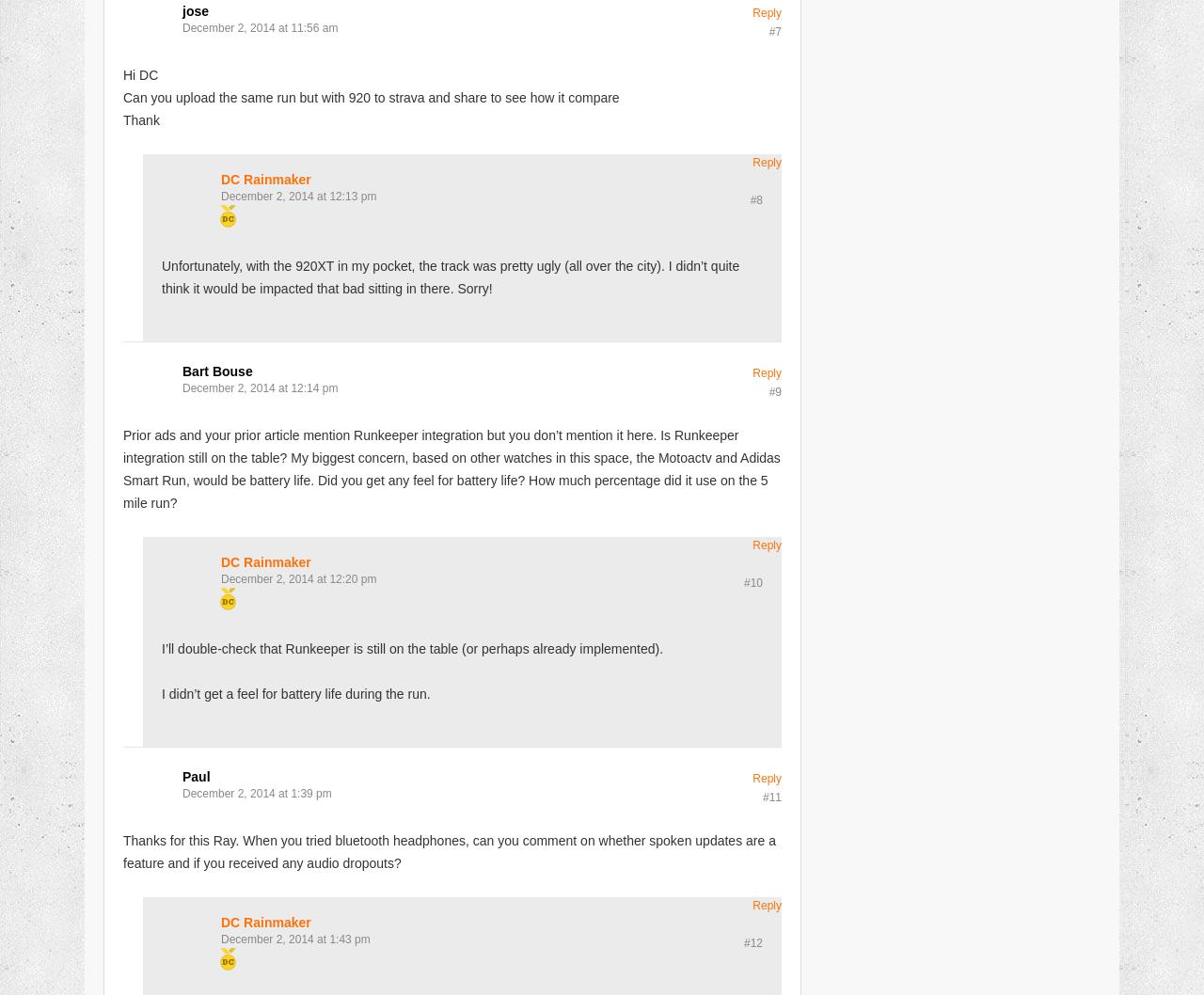  Describe the element at coordinates (196, 775) in the screenshot. I see `'Paul'` at that location.